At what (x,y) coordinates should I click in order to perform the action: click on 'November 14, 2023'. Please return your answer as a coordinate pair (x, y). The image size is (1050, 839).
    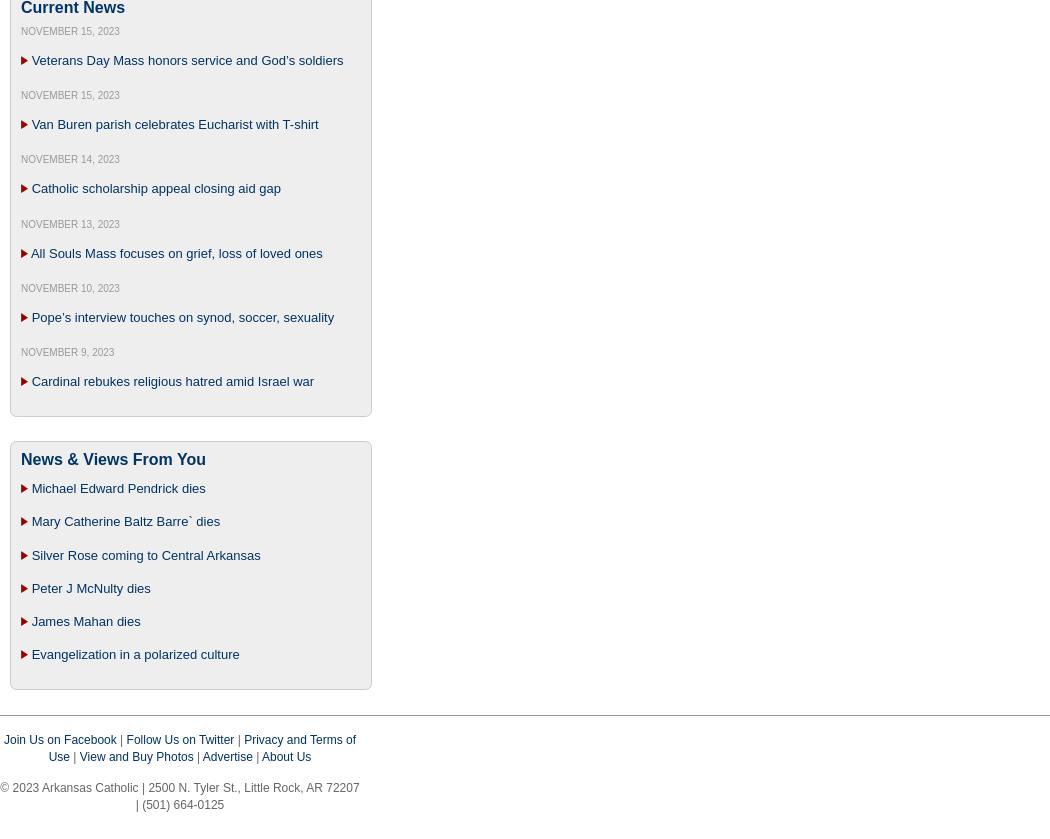
    Looking at the image, I should click on (69, 159).